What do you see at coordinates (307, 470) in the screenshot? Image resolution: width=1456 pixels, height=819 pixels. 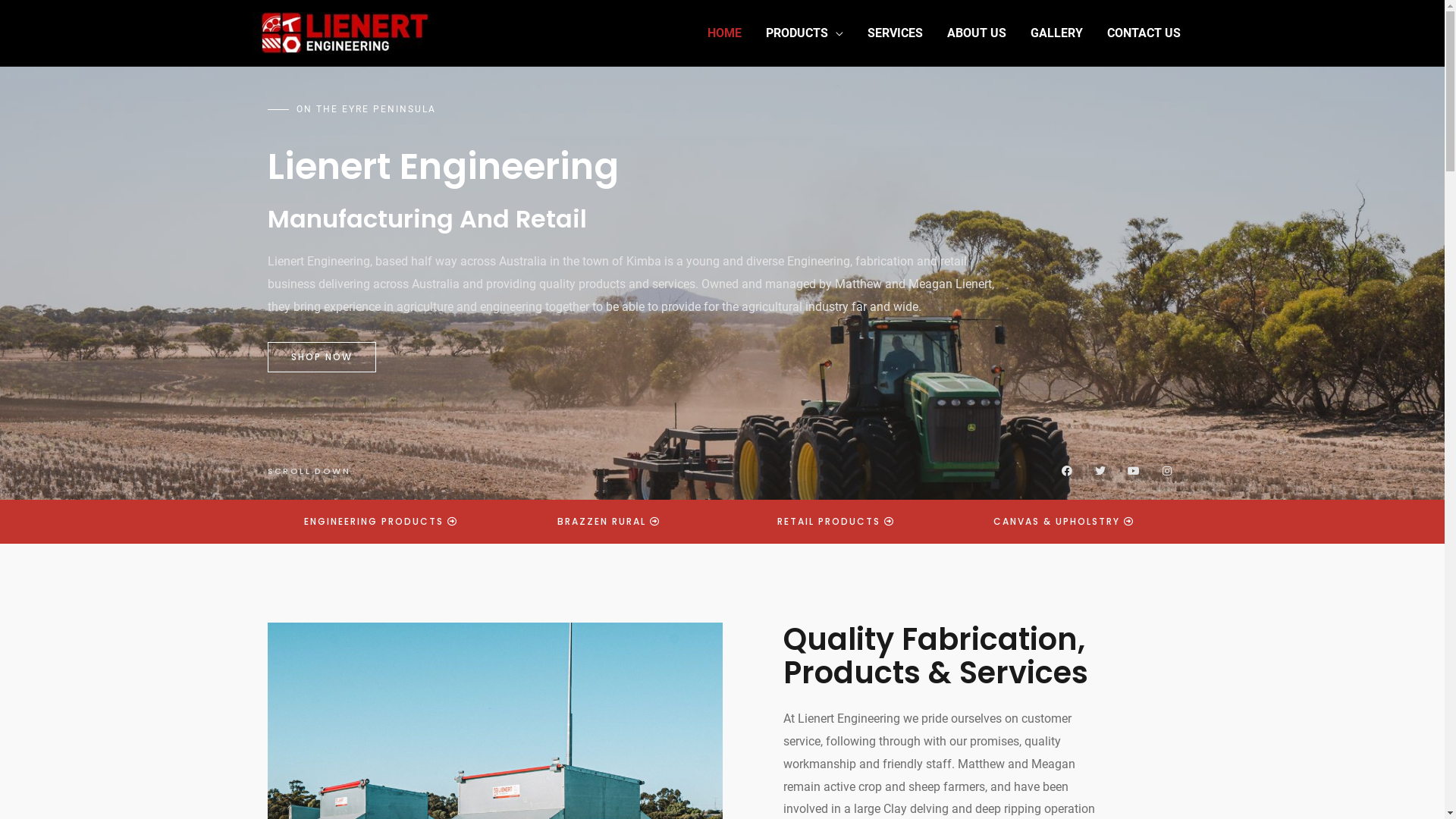 I see `'SCROLL DOWN'` at bounding box center [307, 470].